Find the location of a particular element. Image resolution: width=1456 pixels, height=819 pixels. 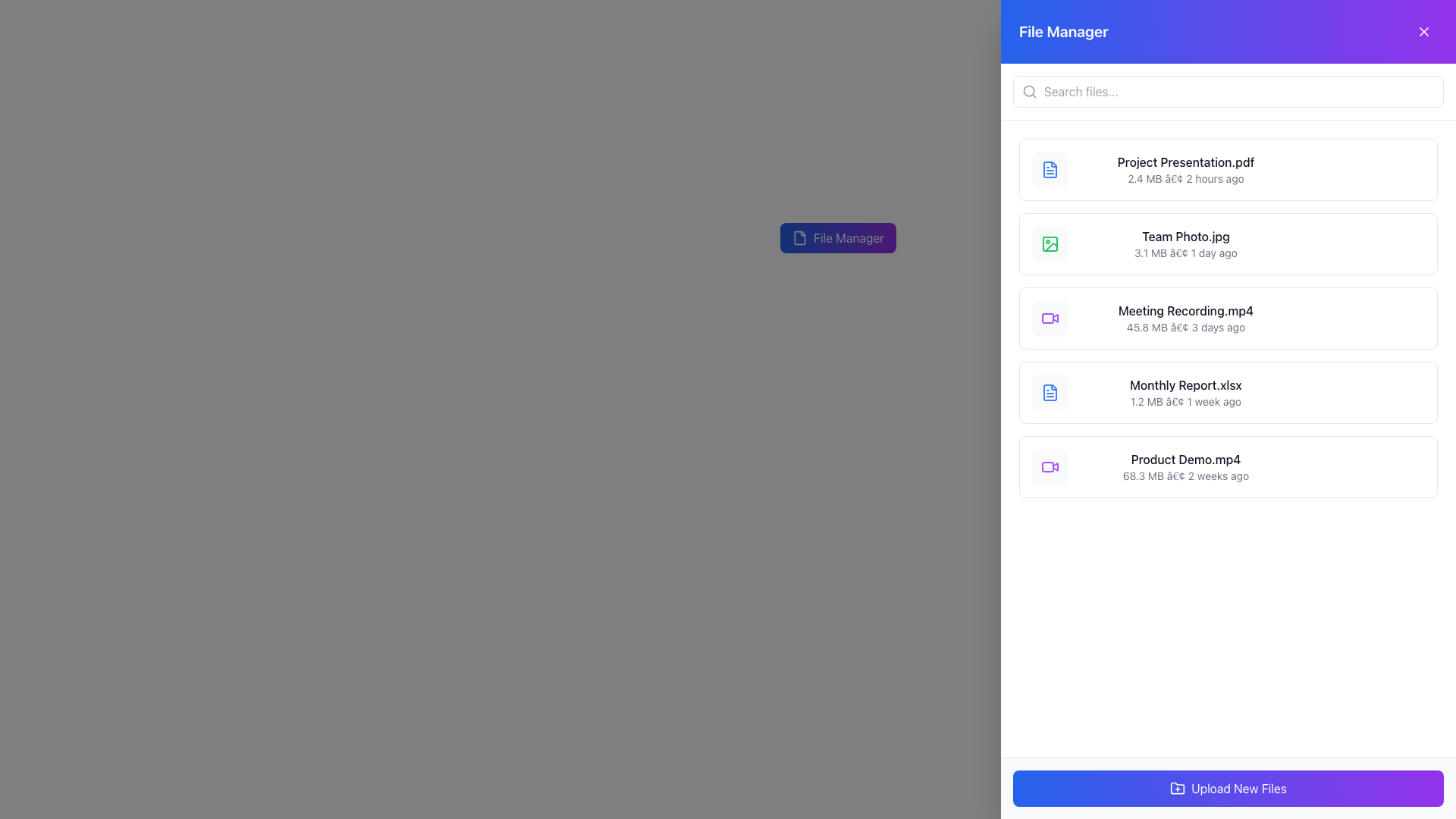

the text label that contains the file description '68.3 MB' and '2 weeks ago', located beneath the file title 'Product Demo.mp4' in the file list is located at coordinates (1185, 475).